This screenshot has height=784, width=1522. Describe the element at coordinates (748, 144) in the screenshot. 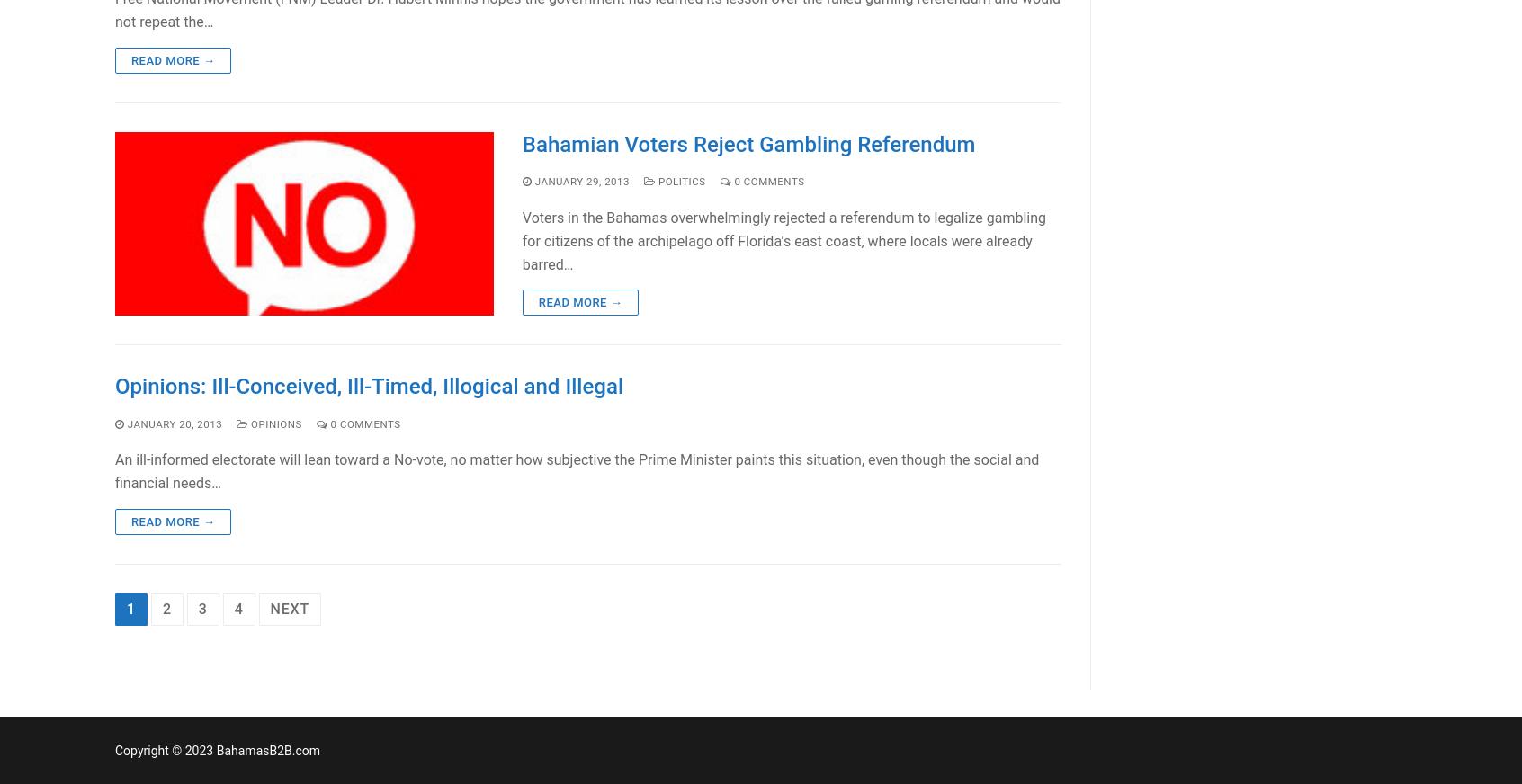

I see `'Bahamian Voters Reject Gambling Referendum'` at that location.